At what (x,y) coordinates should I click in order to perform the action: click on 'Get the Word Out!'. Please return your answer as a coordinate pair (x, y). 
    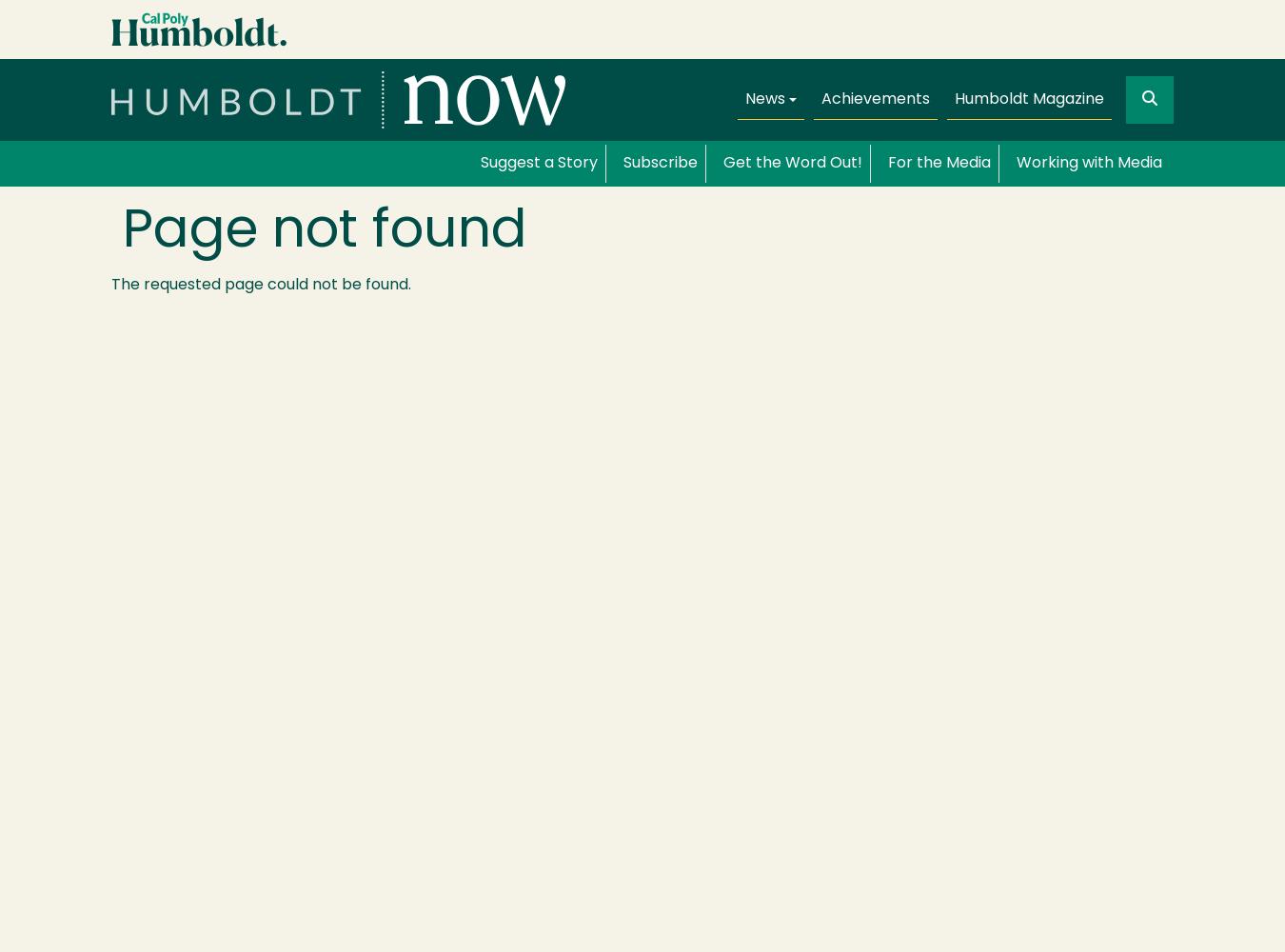
    Looking at the image, I should click on (792, 164).